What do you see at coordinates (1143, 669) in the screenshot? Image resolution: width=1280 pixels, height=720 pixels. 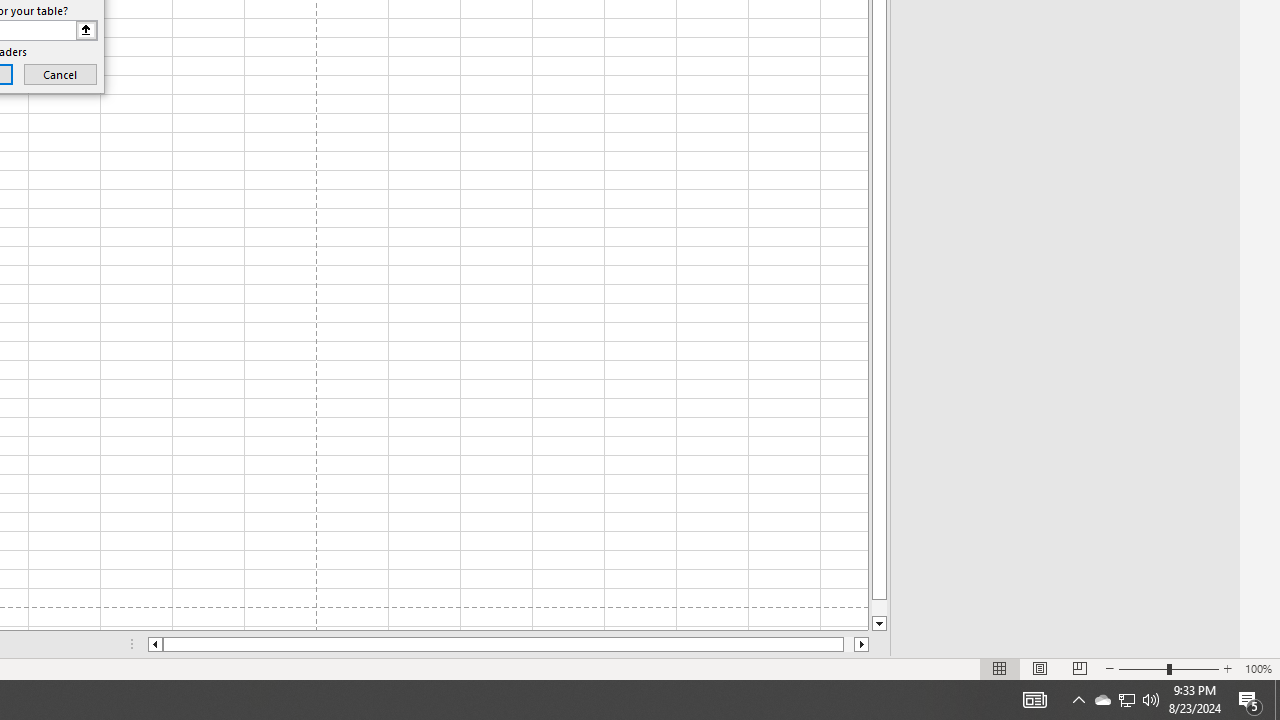 I see `'Zoom Out'` at bounding box center [1143, 669].